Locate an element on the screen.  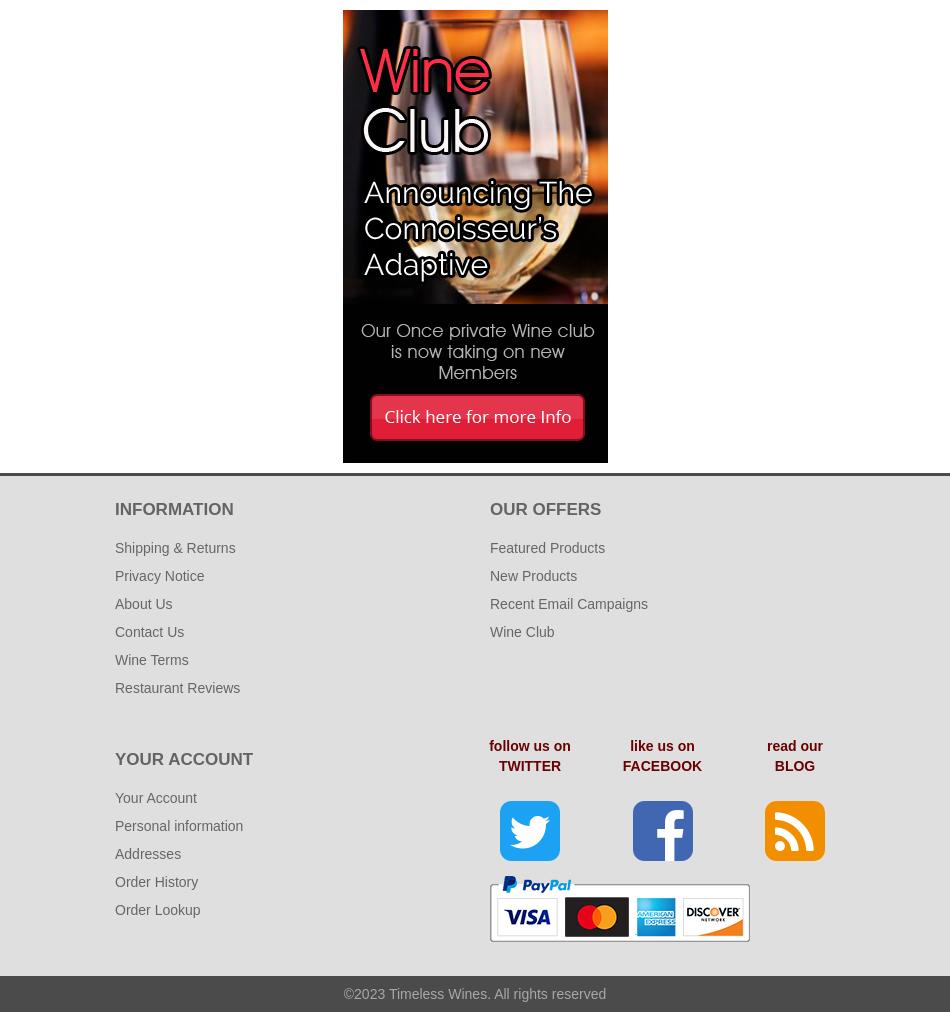
'. All rights reserved' is located at coordinates (546, 993).